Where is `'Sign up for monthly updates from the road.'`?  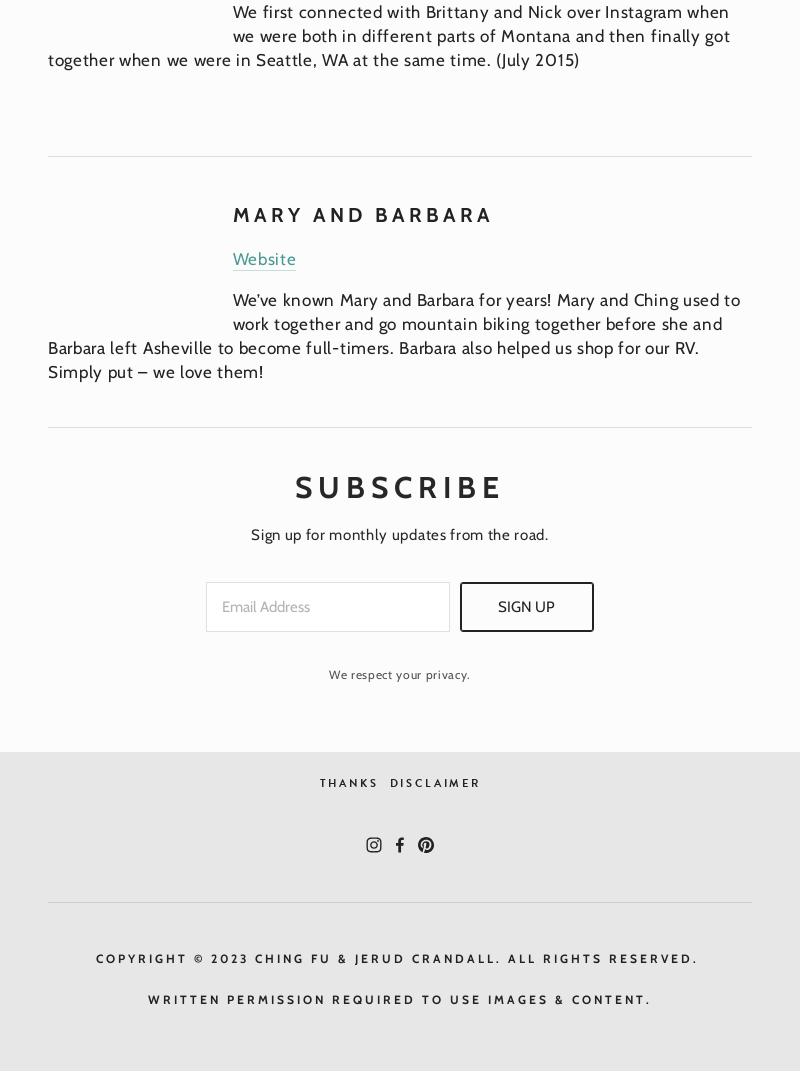 'Sign up for monthly updates from the road.' is located at coordinates (398, 534).